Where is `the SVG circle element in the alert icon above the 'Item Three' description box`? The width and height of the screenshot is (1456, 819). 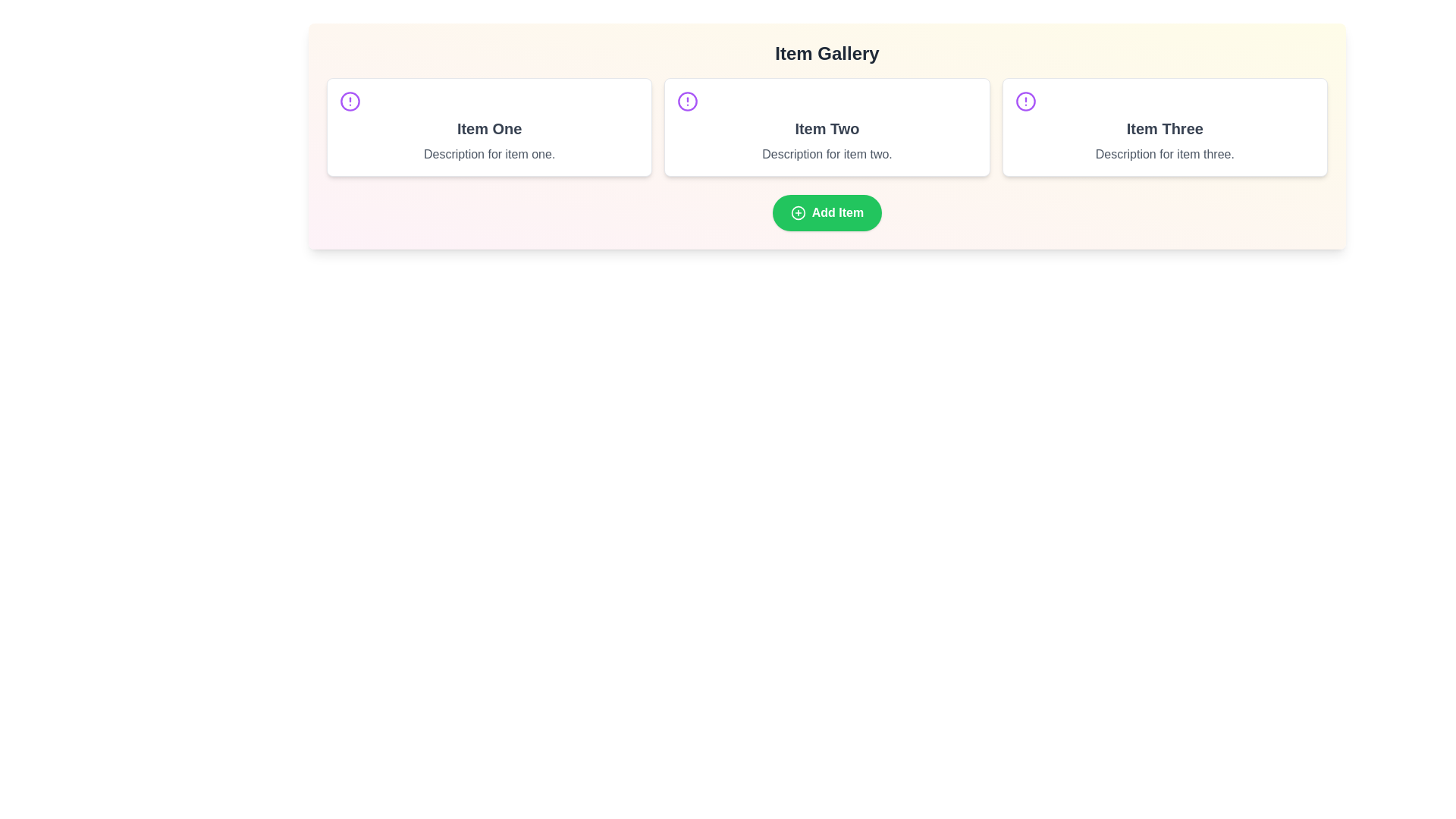 the SVG circle element in the alert icon above the 'Item Three' description box is located at coordinates (1025, 102).